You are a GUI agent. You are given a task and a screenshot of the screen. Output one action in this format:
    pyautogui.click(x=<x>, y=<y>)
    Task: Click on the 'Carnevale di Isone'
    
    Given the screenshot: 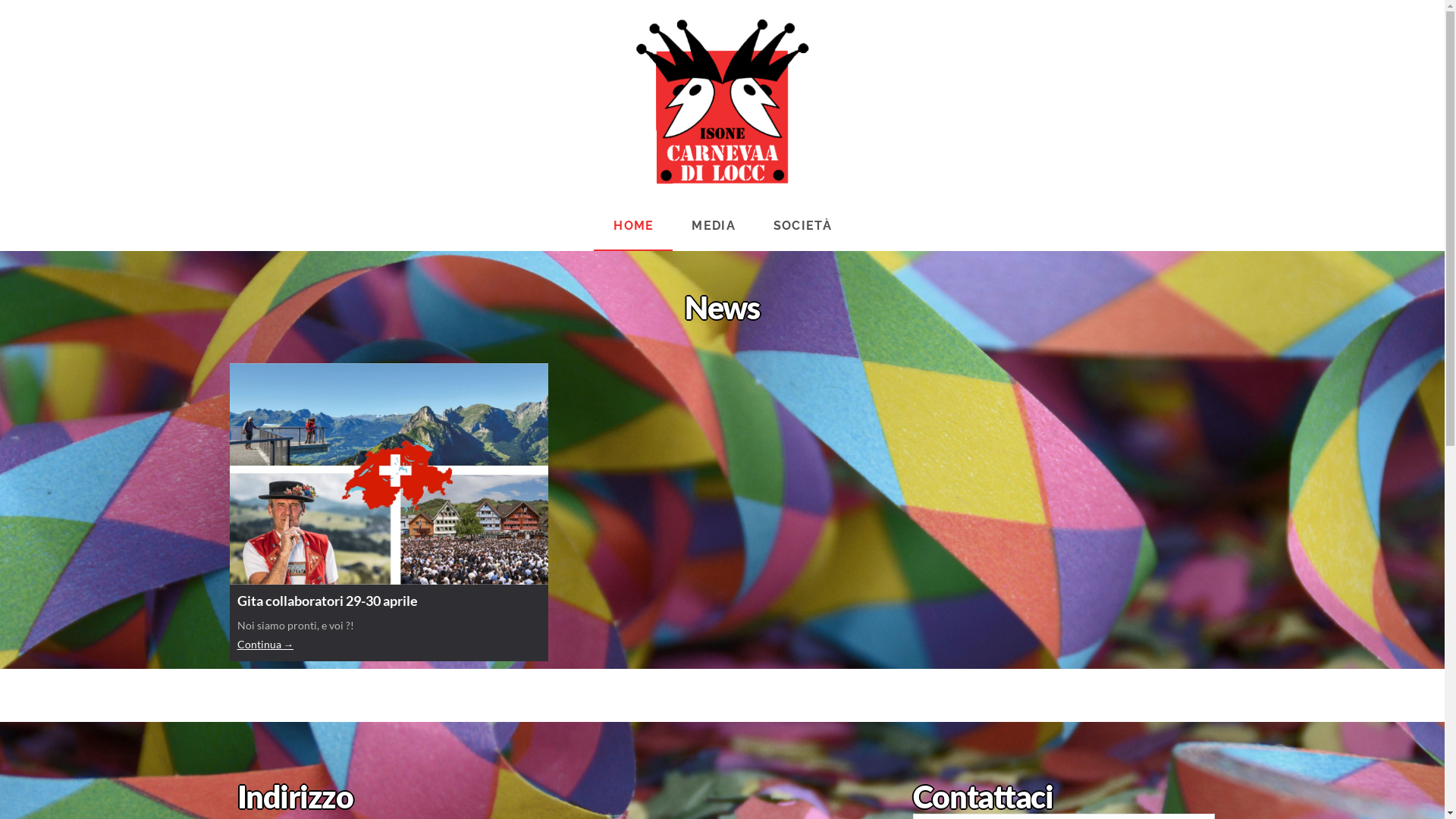 What is the action you would take?
    pyautogui.click(x=635, y=102)
    